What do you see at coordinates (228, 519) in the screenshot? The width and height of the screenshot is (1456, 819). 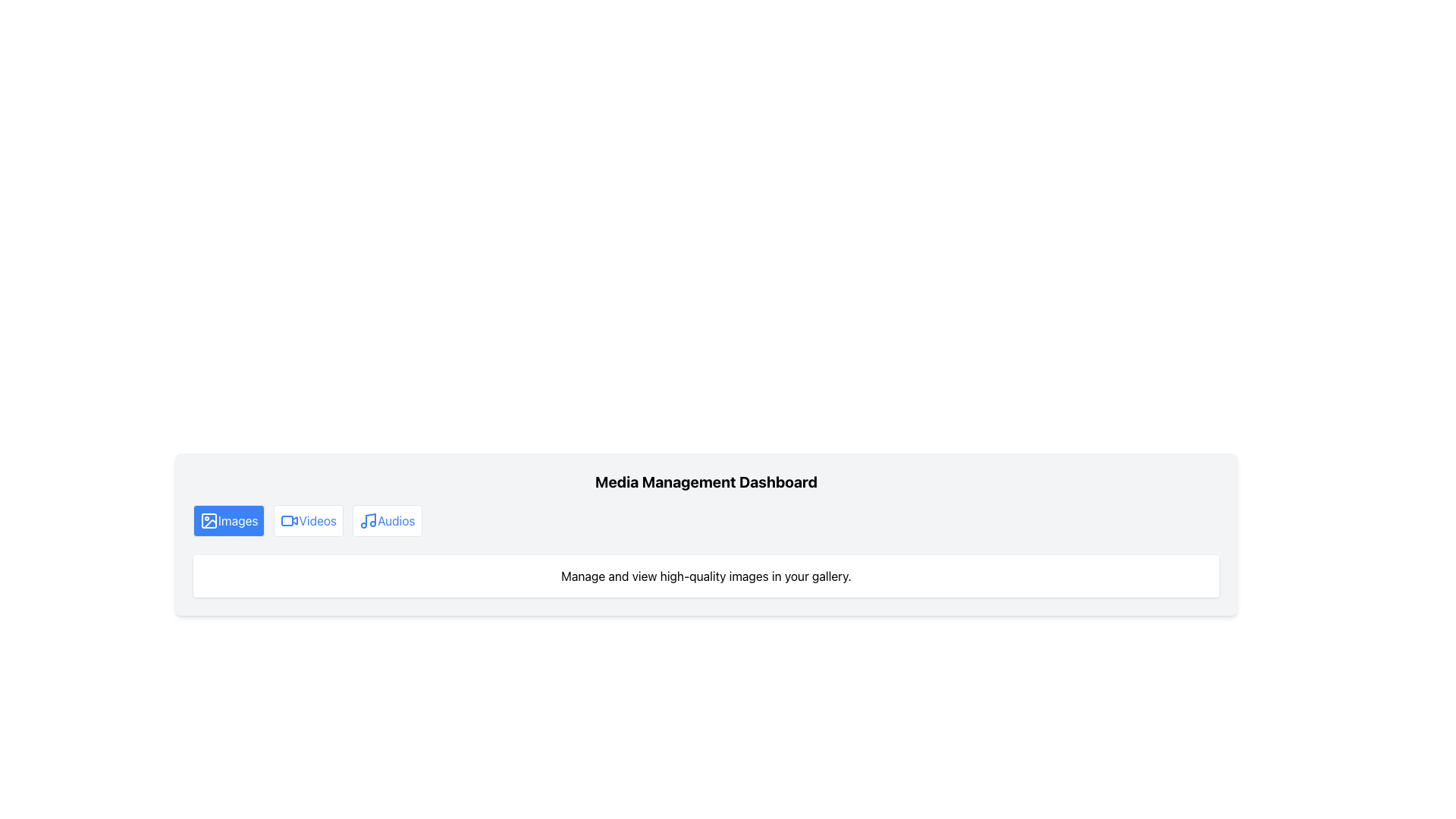 I see `the first button on the left labeled 'Images' in the top-left corner of the button section` at bounding box center [228, 519].